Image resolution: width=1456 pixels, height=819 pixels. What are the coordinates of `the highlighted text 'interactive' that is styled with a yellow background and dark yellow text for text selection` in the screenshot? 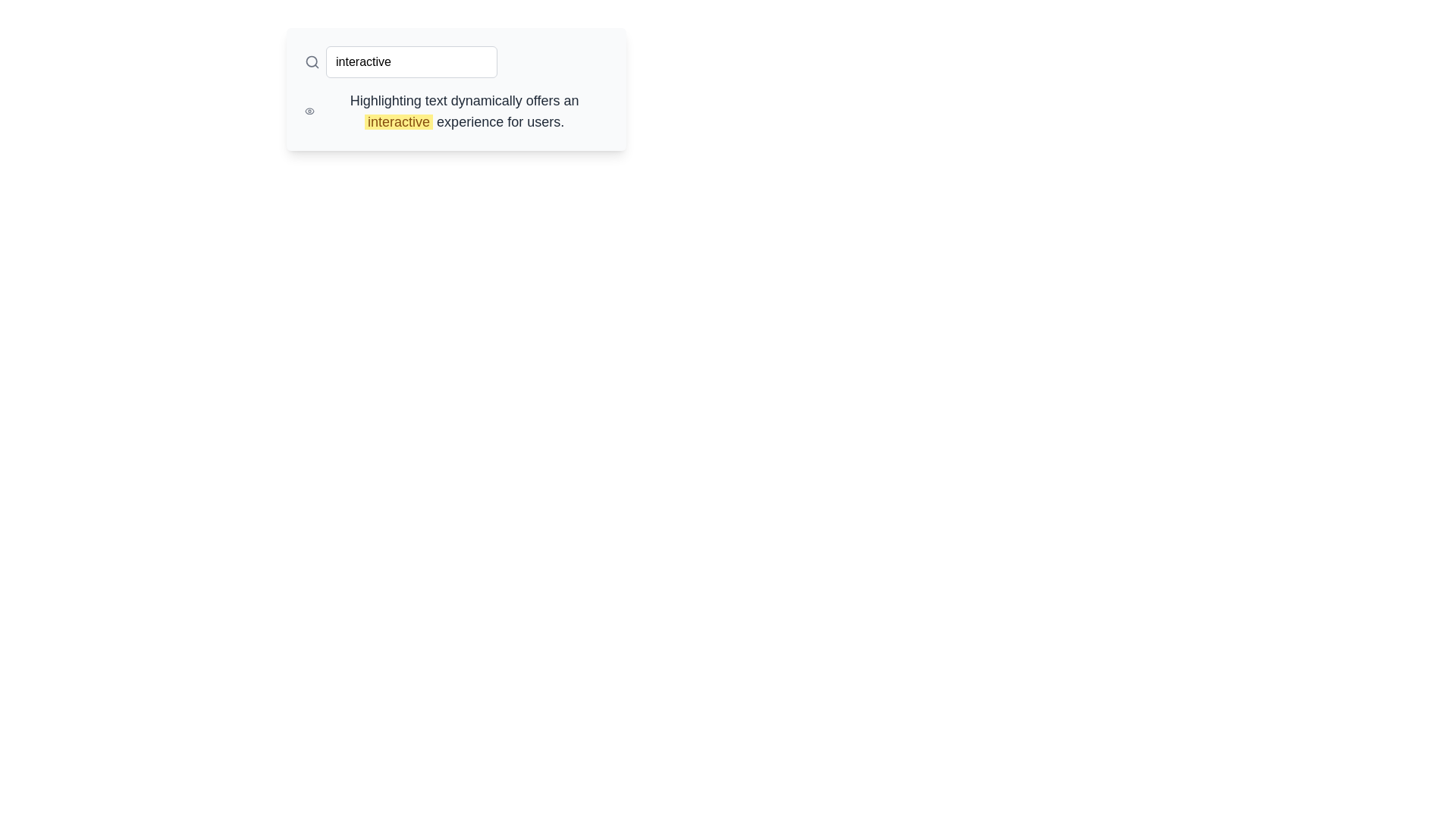 It's located at (399, 121).